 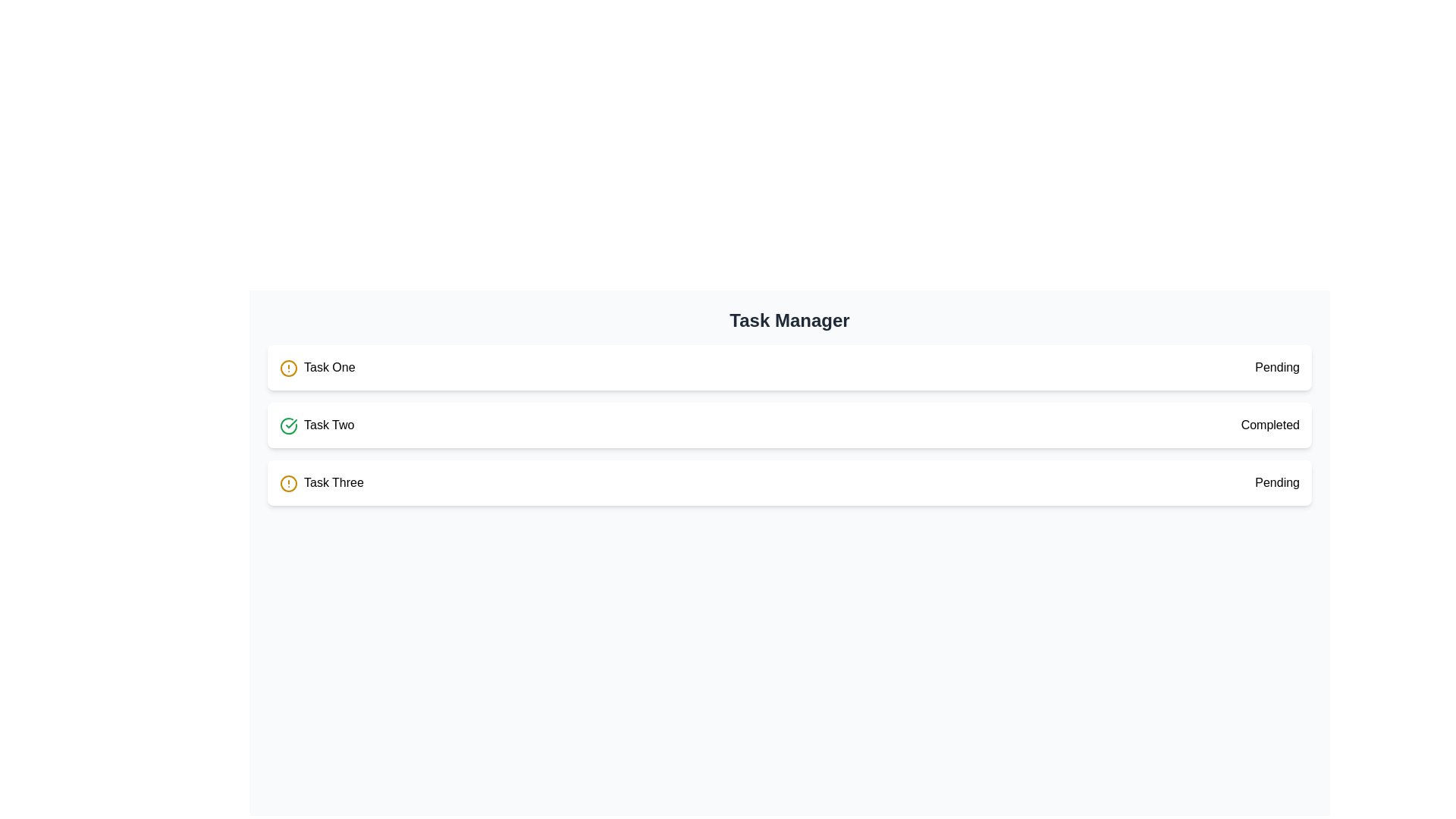 What do you see at coordinates (288, 483) in the screenshot?
I see `the circular SVG graphic element that is part of the icon next to the 'Task Three' text` at bounding box center [288, 483].